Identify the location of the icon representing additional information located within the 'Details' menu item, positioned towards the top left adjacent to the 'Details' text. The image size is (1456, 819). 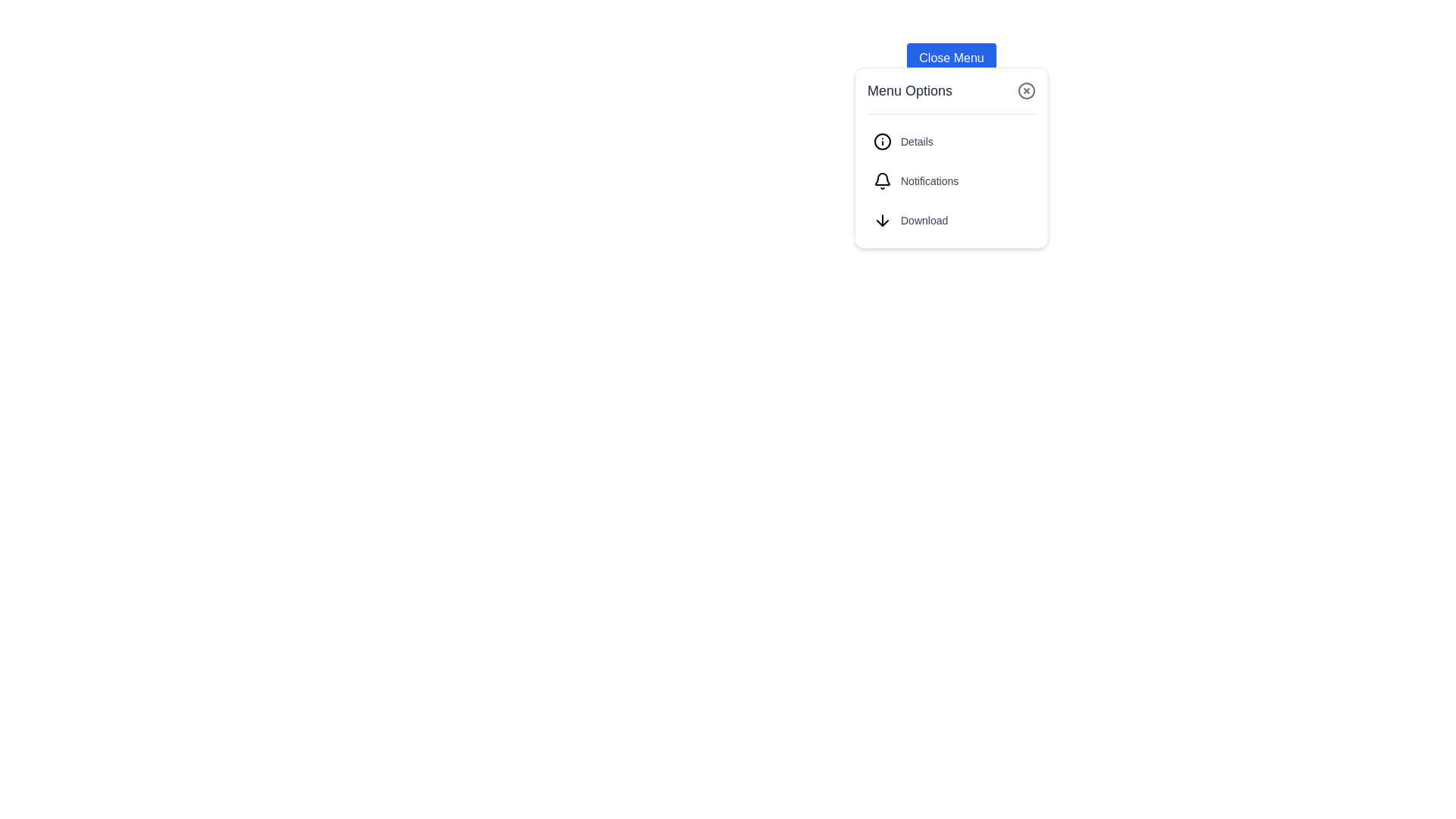
(882, 141).